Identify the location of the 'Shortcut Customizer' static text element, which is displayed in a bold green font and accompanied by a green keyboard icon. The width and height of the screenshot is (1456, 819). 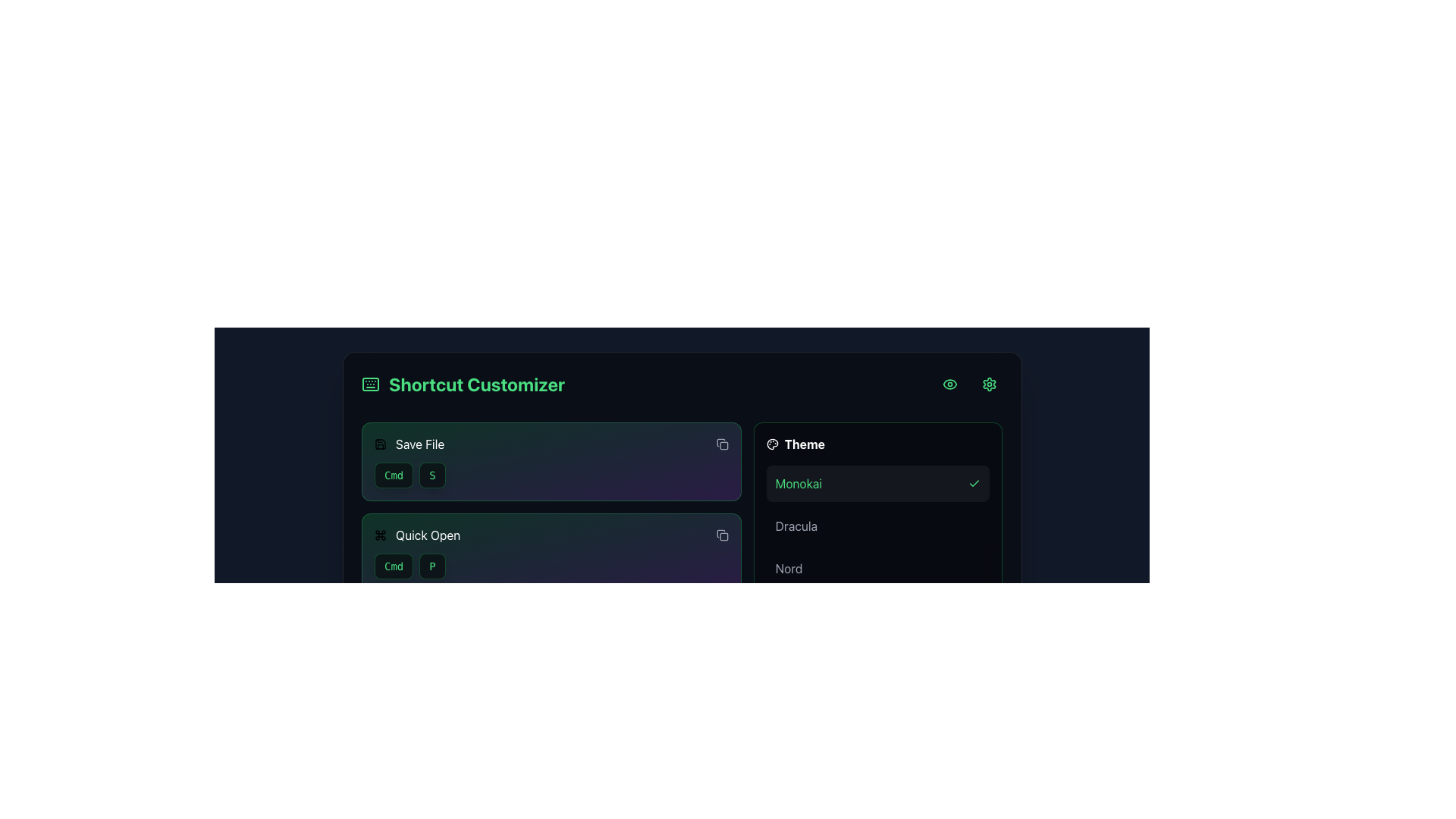
(462, 383).